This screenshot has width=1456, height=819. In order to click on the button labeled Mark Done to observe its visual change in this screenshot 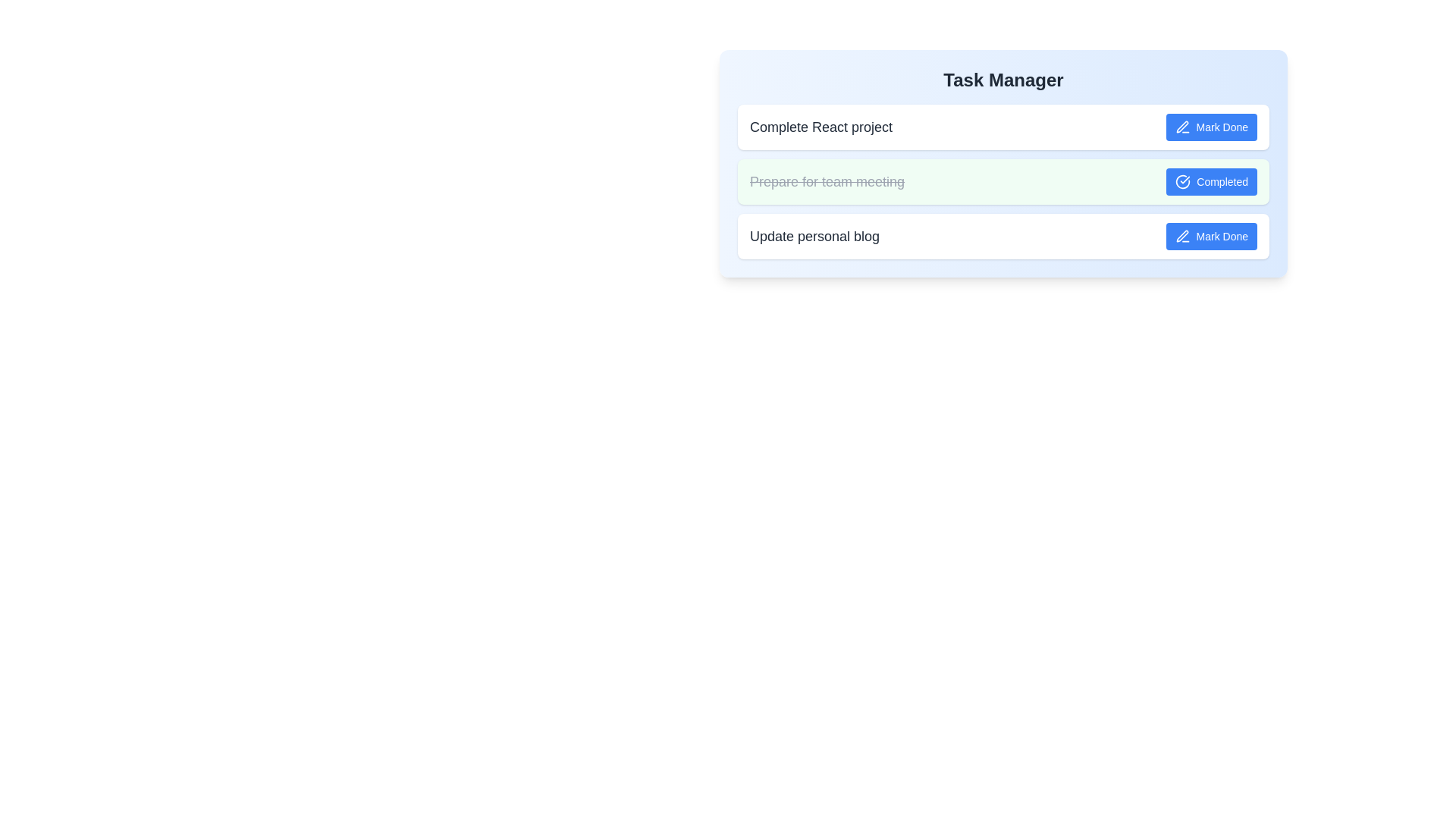, I will do `click(1210, 127)`.